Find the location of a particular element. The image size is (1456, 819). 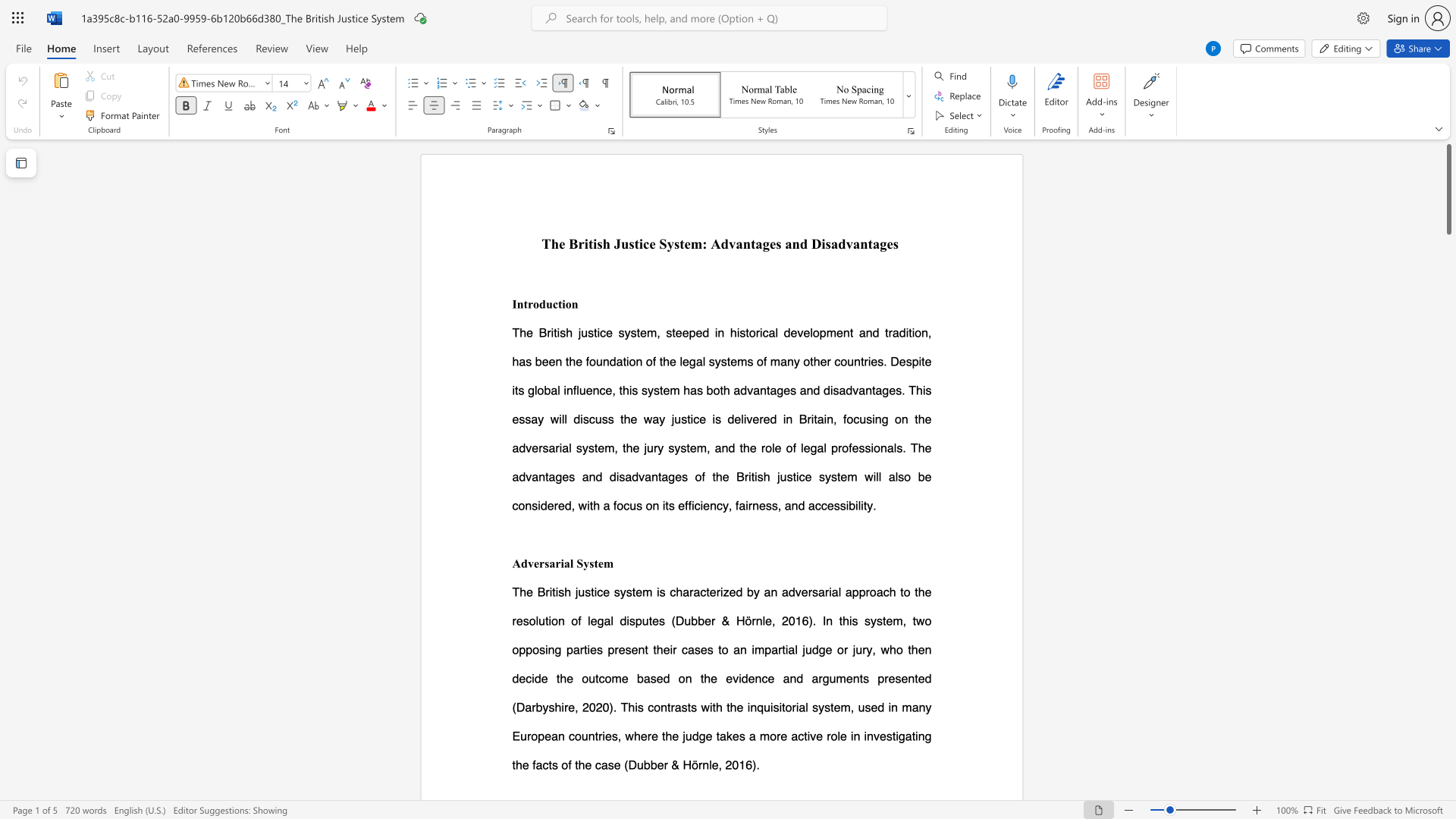

the right-hand scrollbar to descend the page is located at coordinates (1448, 508).